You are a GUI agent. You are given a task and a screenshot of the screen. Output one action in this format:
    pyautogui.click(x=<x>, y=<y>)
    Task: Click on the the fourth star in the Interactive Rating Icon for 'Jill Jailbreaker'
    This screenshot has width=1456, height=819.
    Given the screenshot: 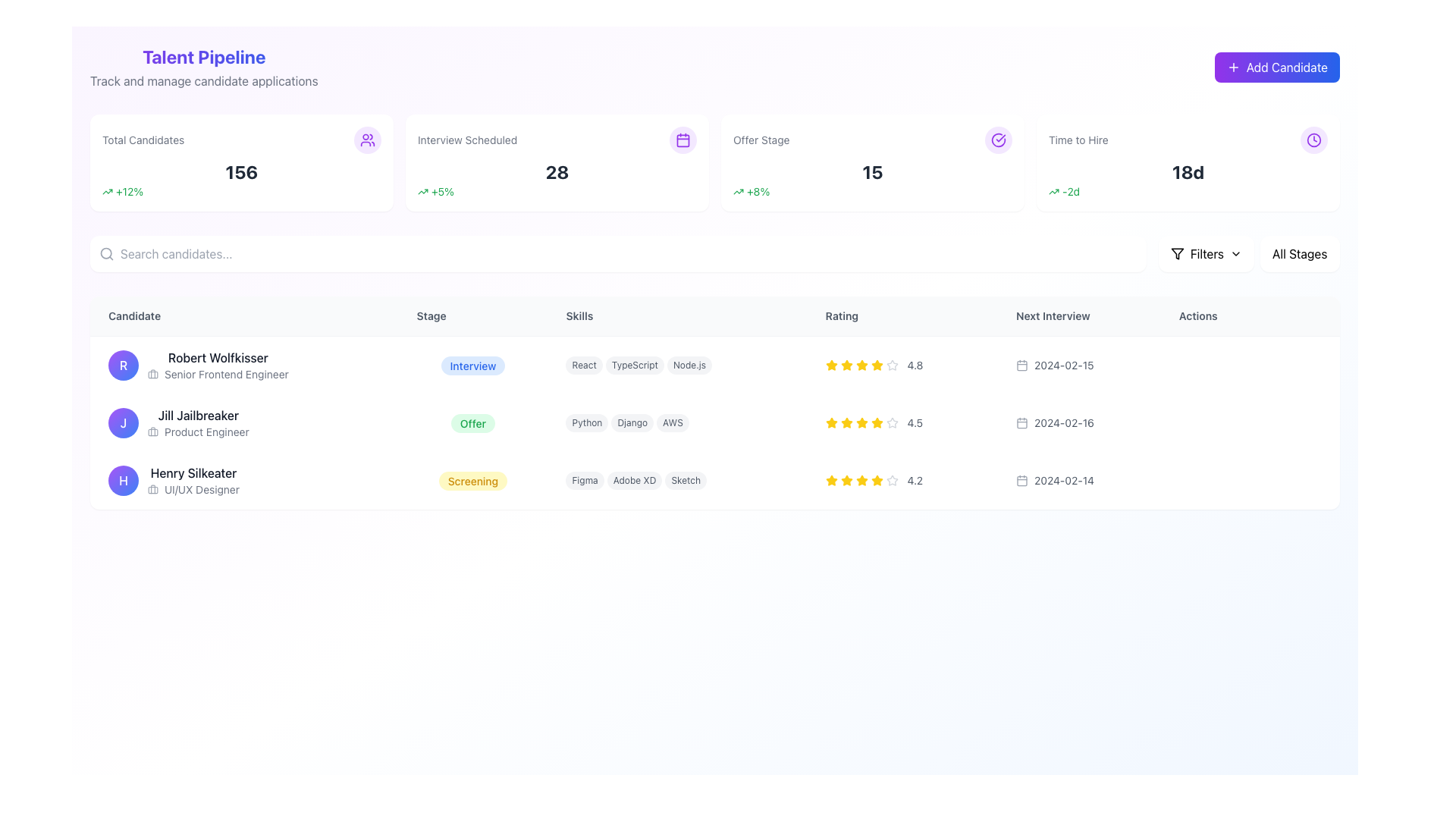 What is the action you would take?
    pyautogui.click(x=877, y=422)
    